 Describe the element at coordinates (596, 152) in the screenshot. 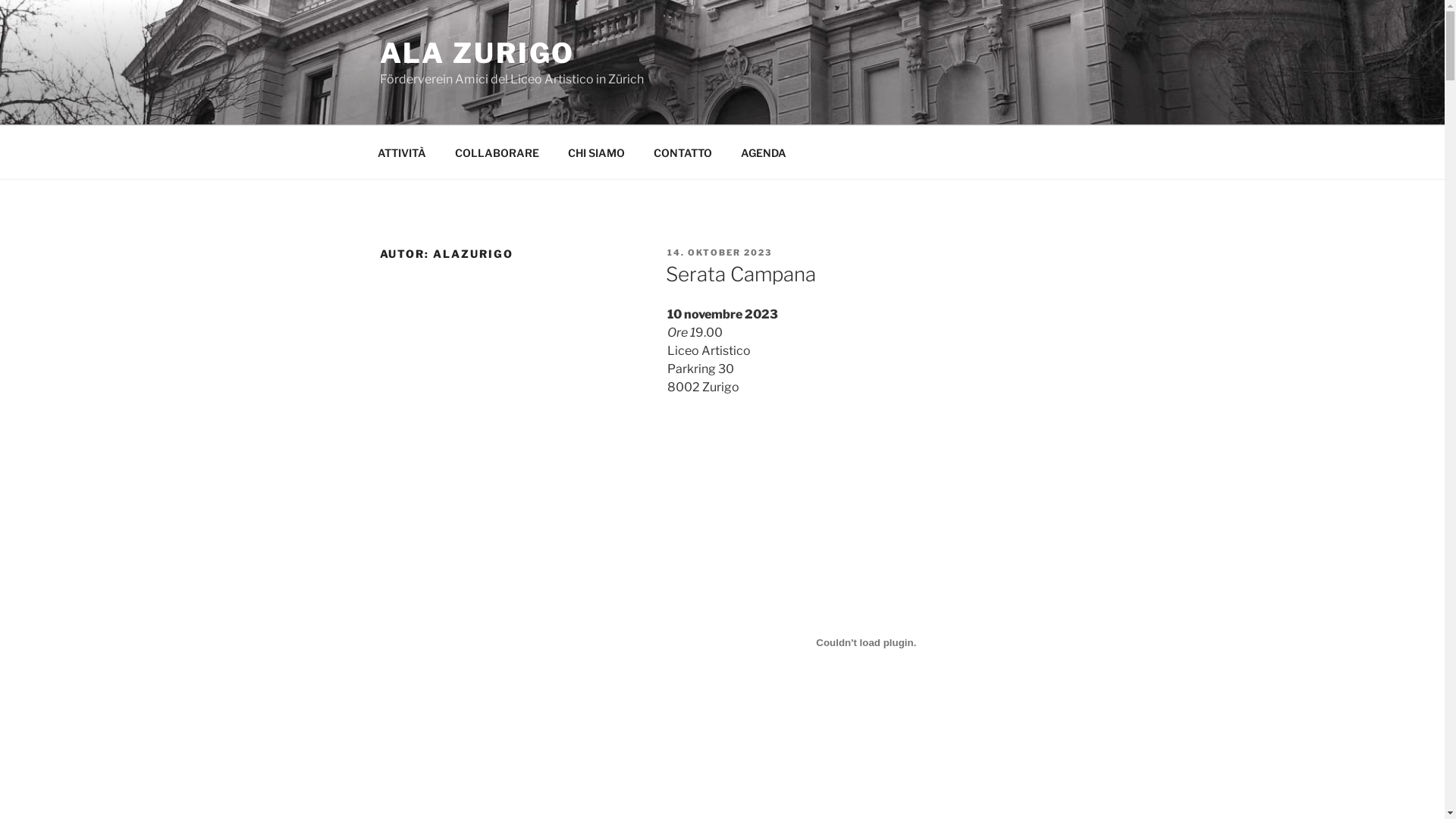

I see `'CHI SIAMO'` at that location.